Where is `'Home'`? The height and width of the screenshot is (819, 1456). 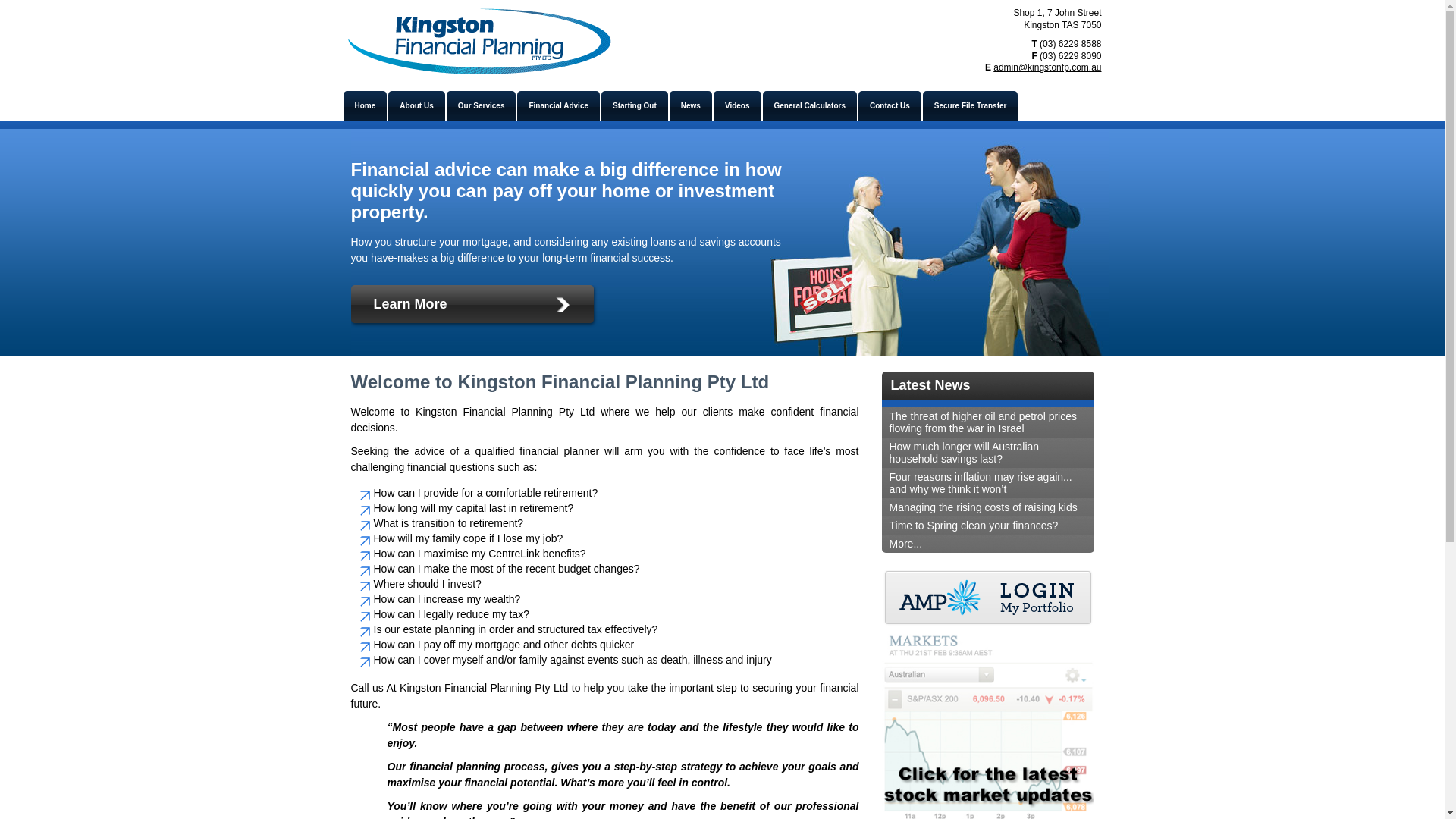
'Home' is located at coordinates (364, 105).